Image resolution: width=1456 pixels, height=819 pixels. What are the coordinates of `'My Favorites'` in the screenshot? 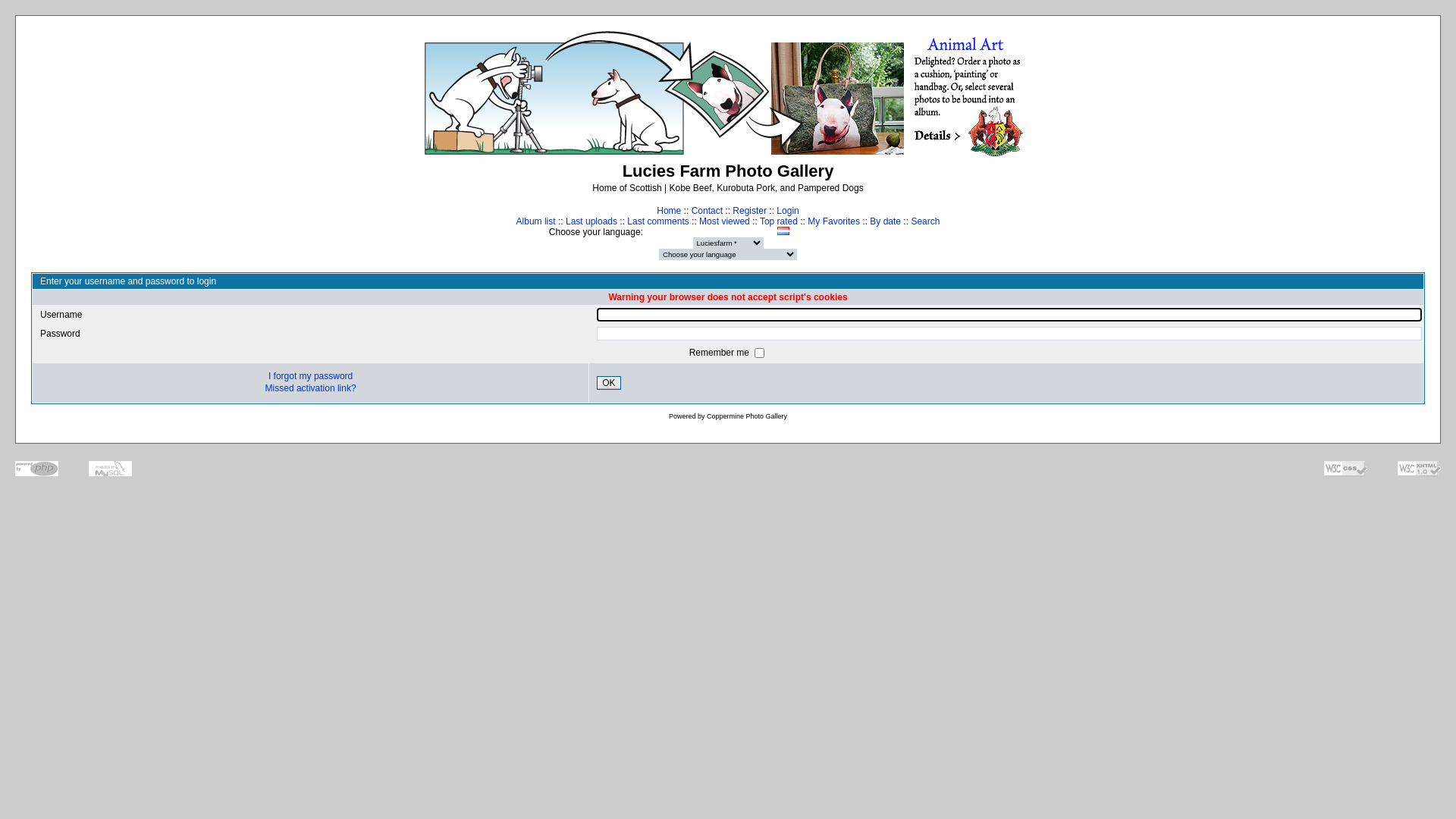 It's located at (807, 221).